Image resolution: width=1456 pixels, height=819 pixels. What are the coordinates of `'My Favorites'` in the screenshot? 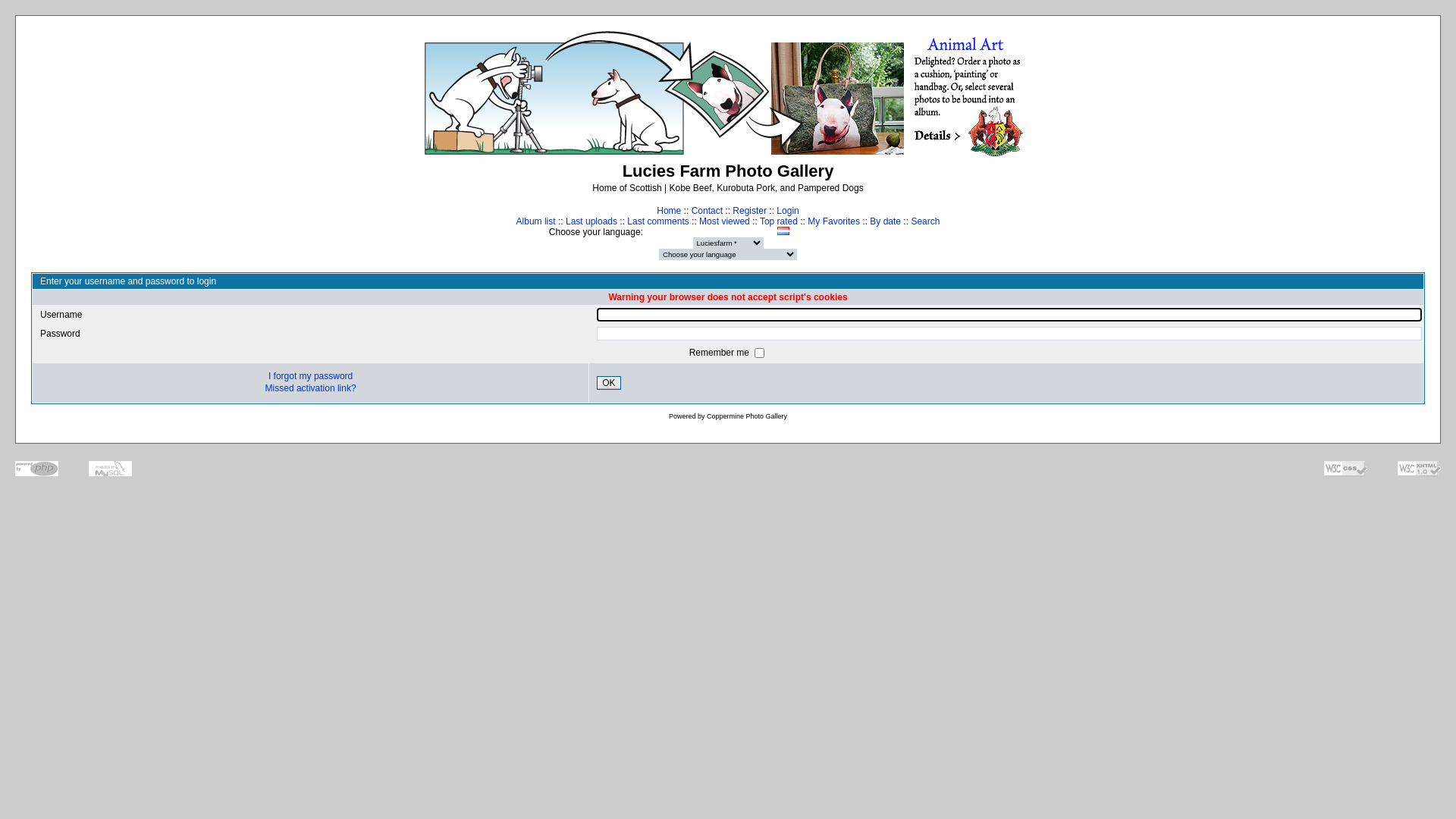 It's located at (807, 221).